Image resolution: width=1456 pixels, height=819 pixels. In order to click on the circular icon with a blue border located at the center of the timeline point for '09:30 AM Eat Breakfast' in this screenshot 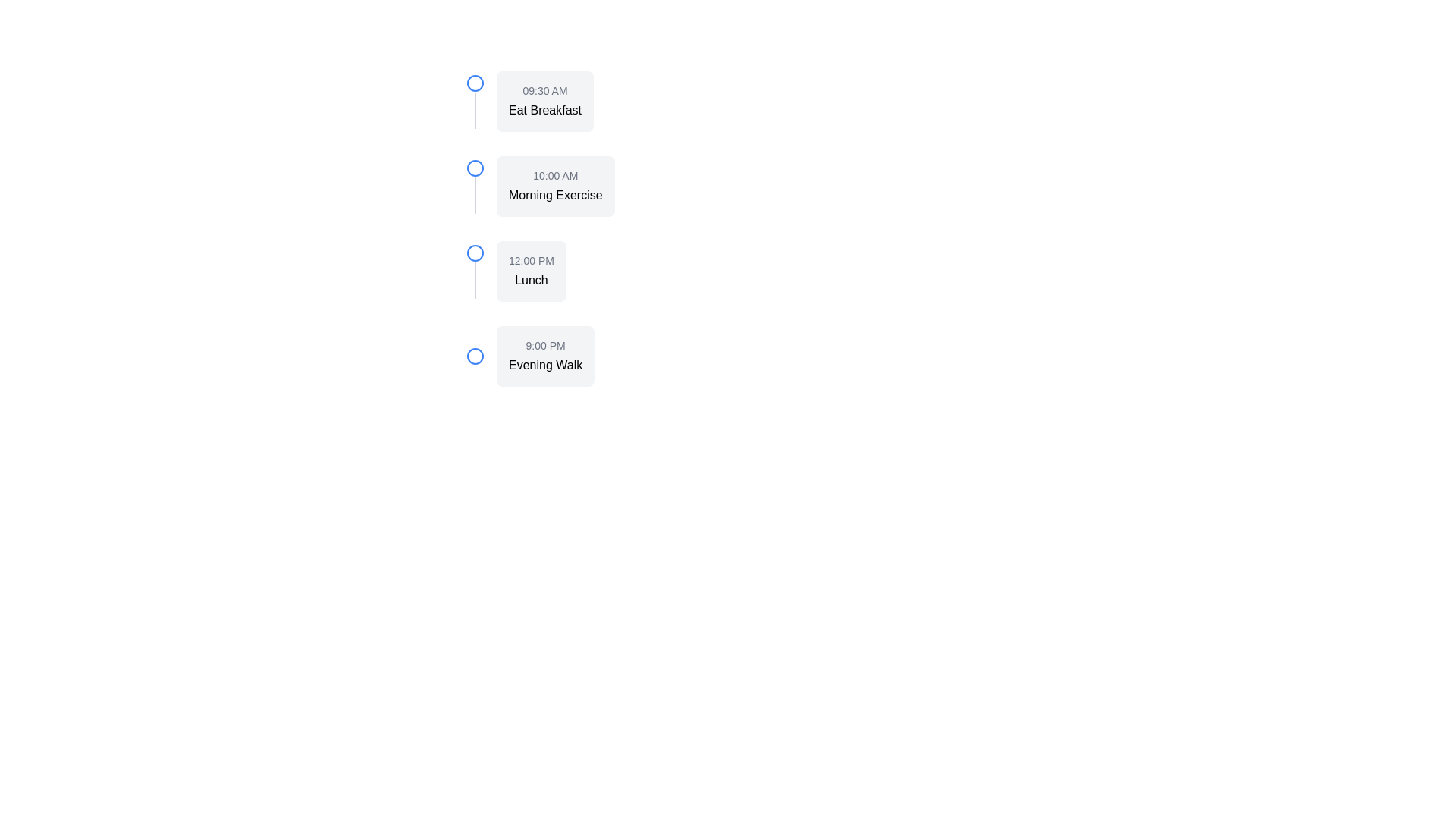, I will do `click(475, 83)`.